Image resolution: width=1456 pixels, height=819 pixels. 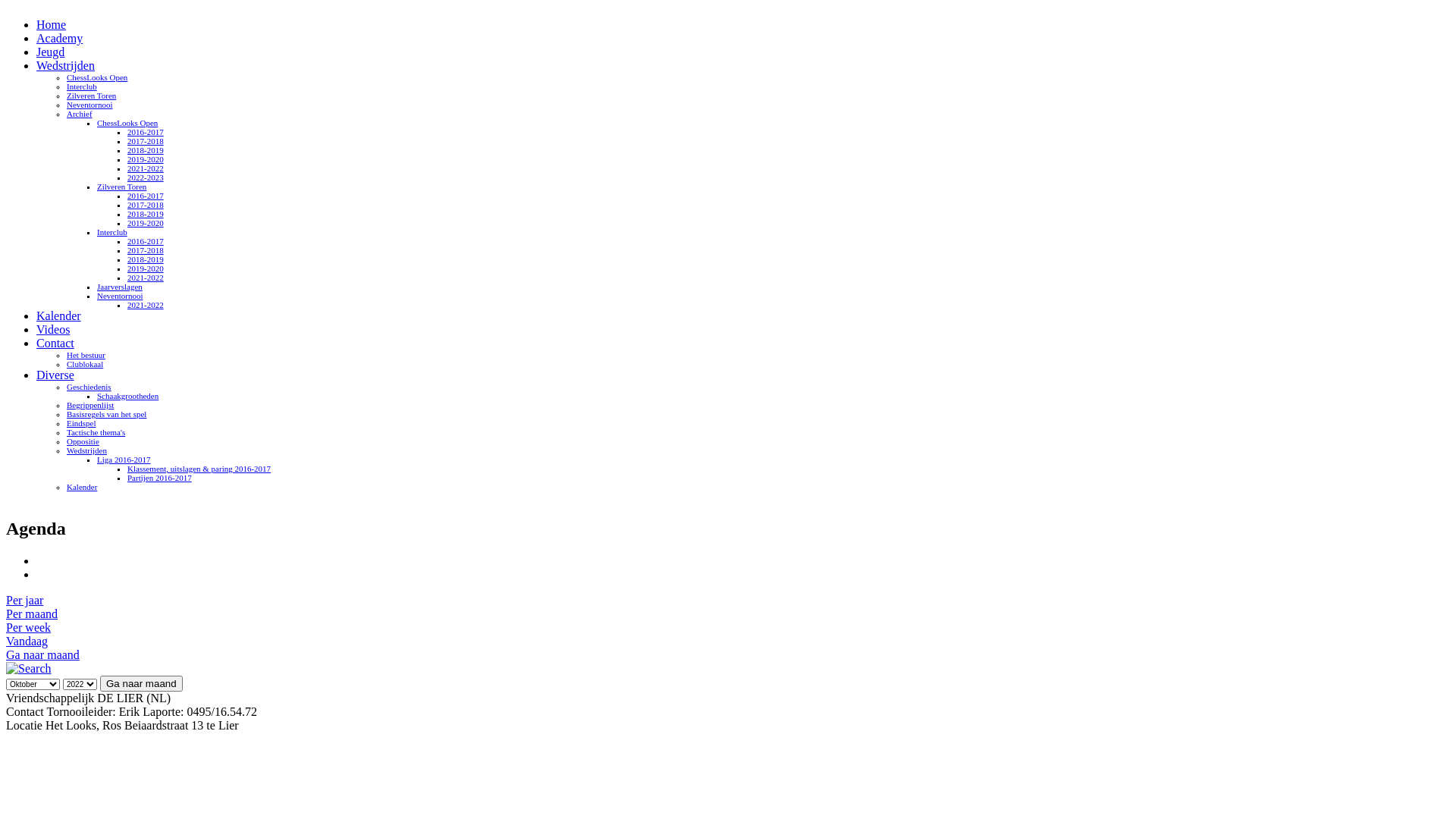 What do you see at coordinates (146, 268) in the screenshot?
I see `'2019-2020'` at bounding box center [146, 268].